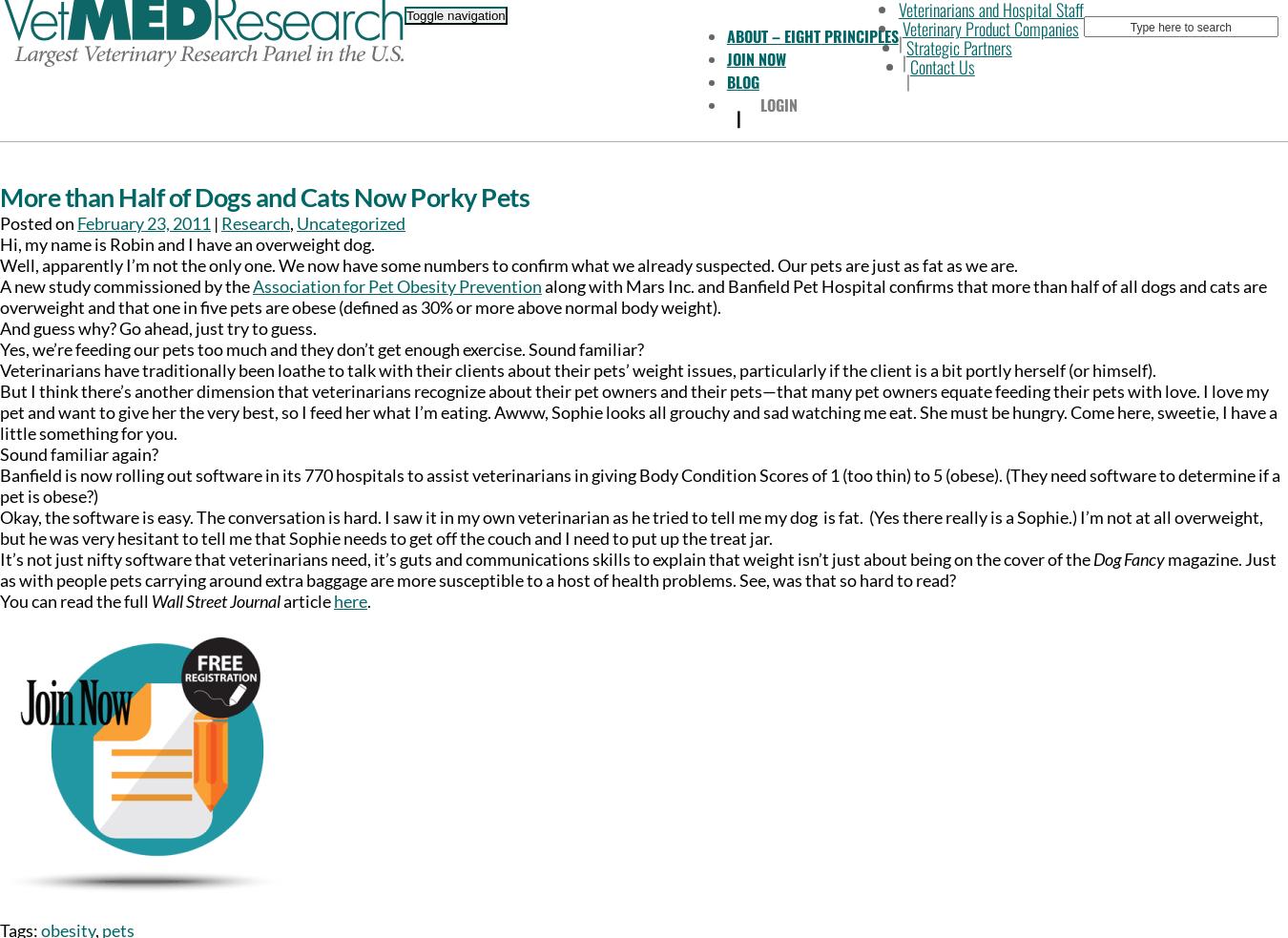 Image resolution: width=1288 pixels, height=938 pixels. Describe the element at coordinates (369, 601) in the screenshot. I see `'.'` at that location.